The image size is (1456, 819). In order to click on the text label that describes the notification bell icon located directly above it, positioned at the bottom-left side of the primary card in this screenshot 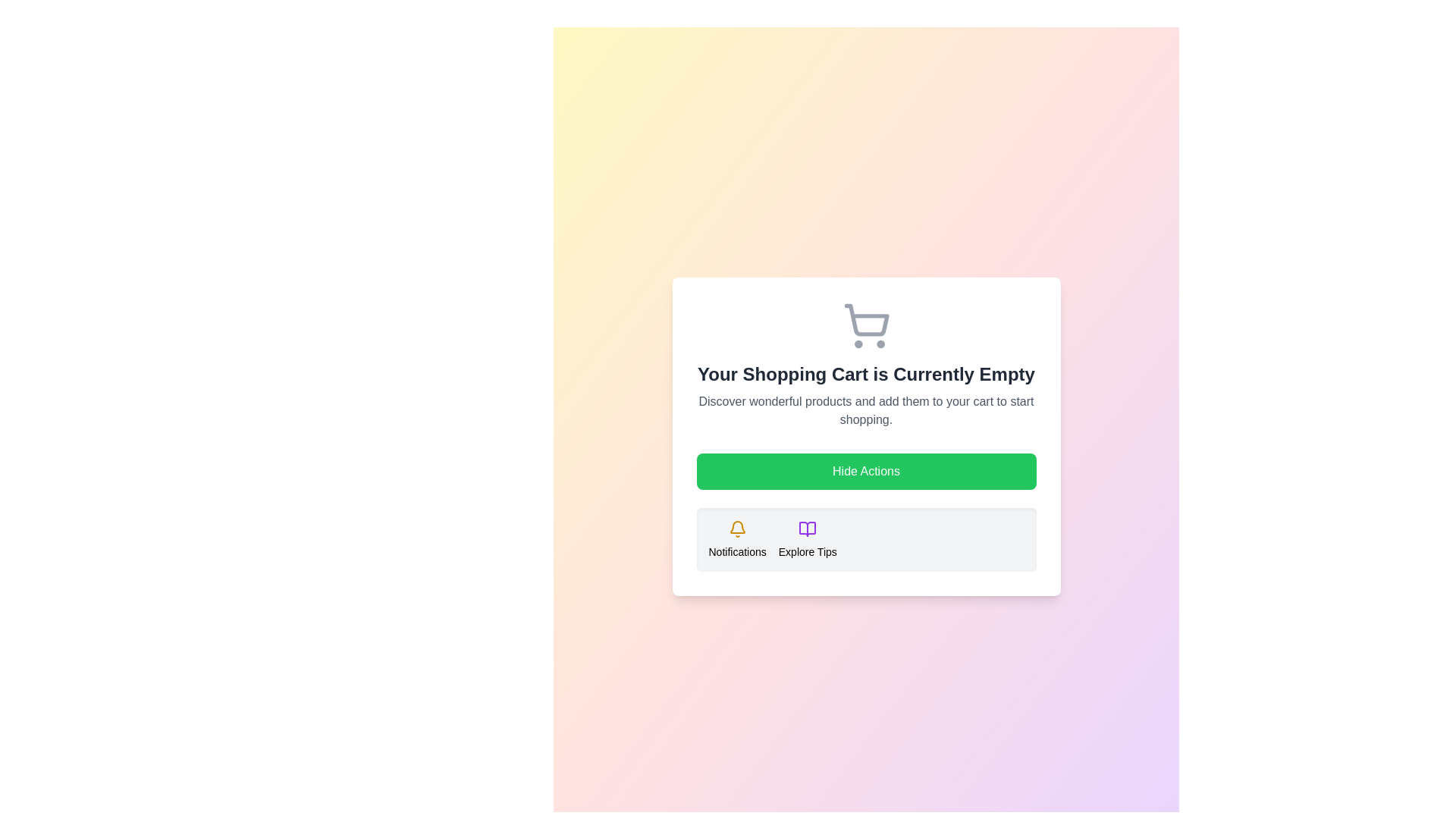, I will do `click(737, 552)`.